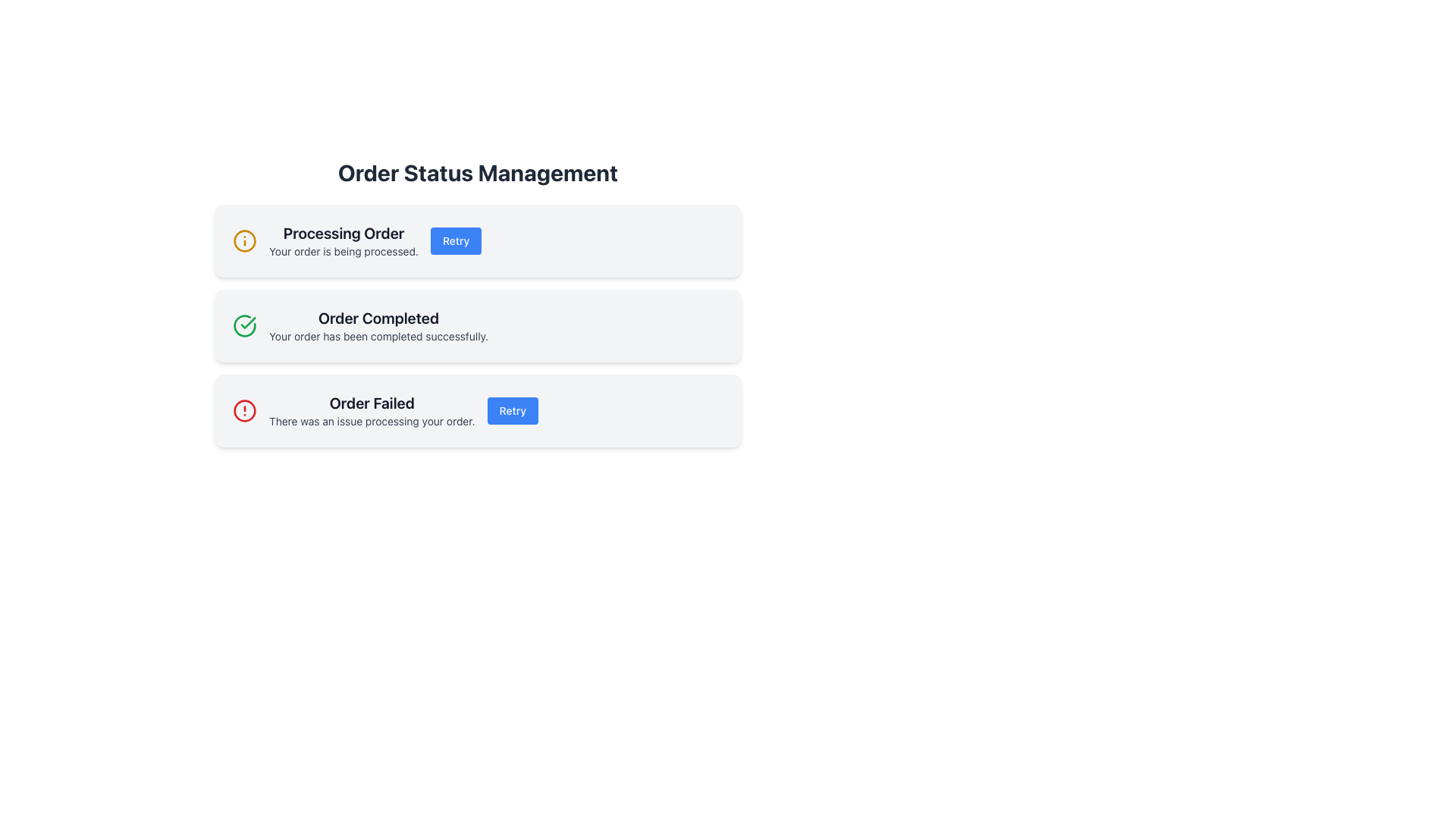 Image resolution: width=1456 pixels, height=819 pixels. I want to click on the 'Order Failed' text header, which is a bold, centrally aligned label indicating the status of an order under 'Order Status Management', so click(372, 403).